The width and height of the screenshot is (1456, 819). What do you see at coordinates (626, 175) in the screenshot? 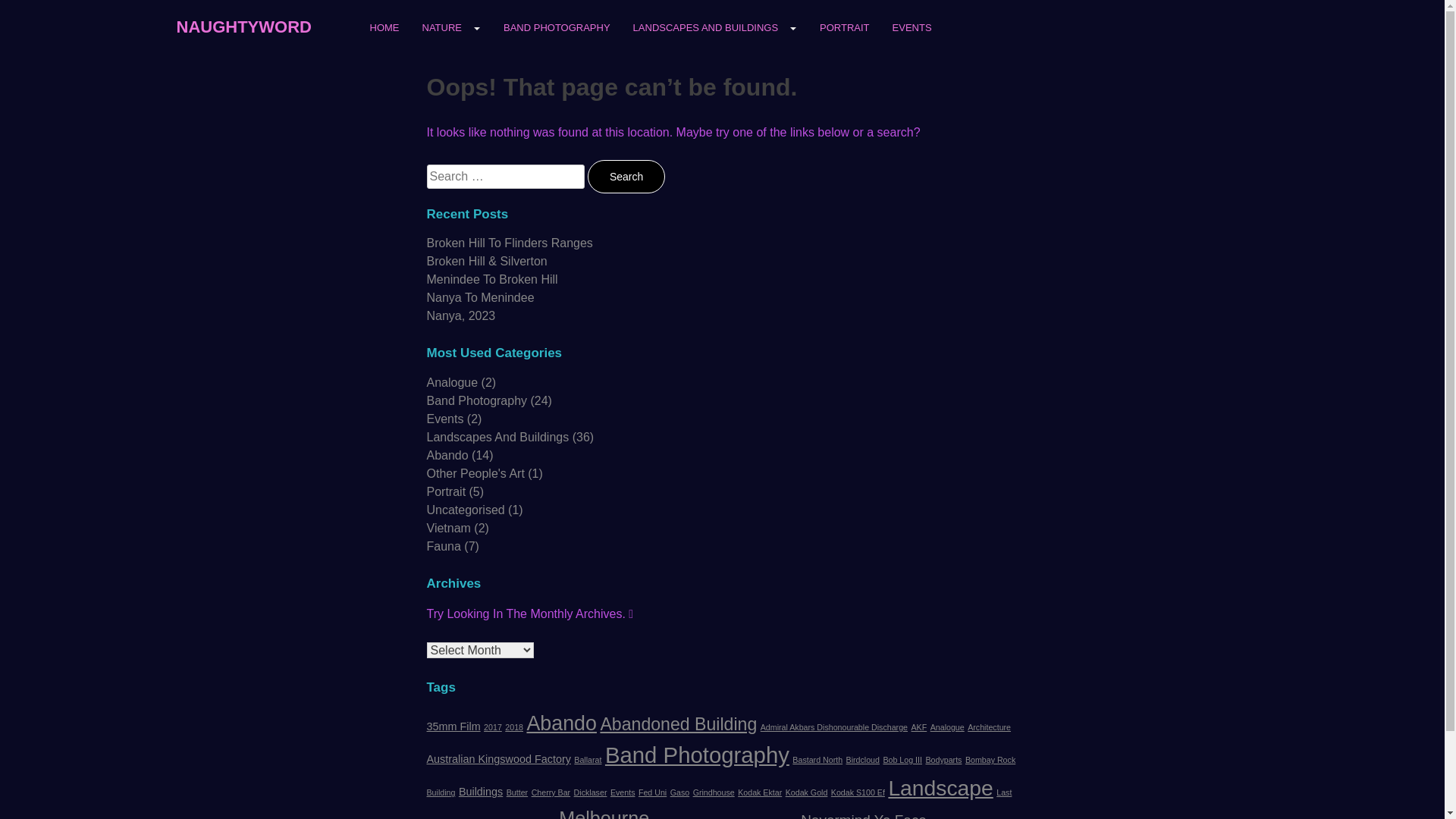
I see `'Search'` at bounding box center [626, 175].